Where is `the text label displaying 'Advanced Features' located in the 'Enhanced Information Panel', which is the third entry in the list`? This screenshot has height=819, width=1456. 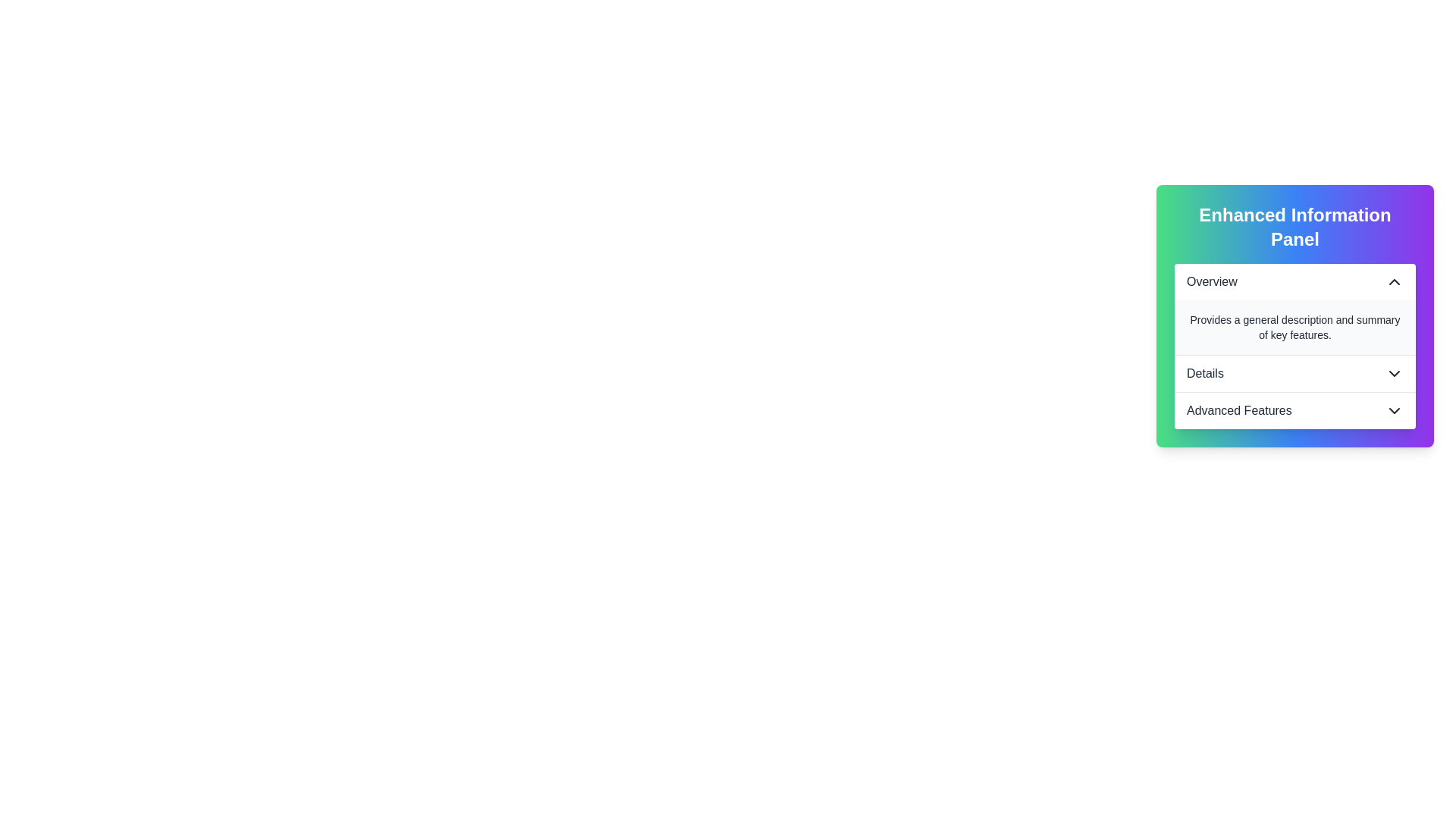 the text label displaying 'Advanced Features' located in the 'Enhanced Information Panel', which is the third entry in the list is located at coordinates (1239, 411).